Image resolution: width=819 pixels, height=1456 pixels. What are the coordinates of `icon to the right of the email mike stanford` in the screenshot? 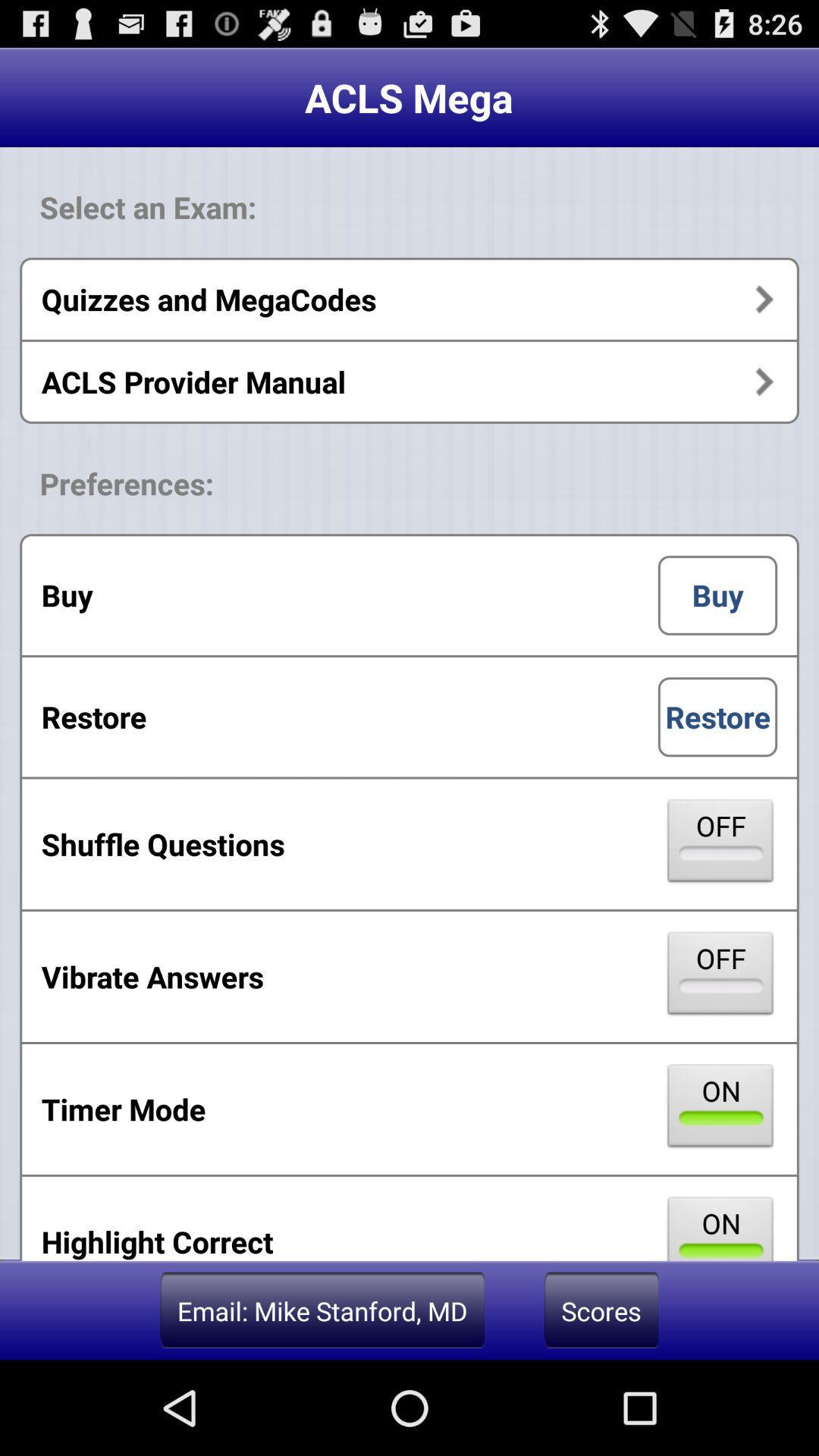 It's located at (601, 1310).